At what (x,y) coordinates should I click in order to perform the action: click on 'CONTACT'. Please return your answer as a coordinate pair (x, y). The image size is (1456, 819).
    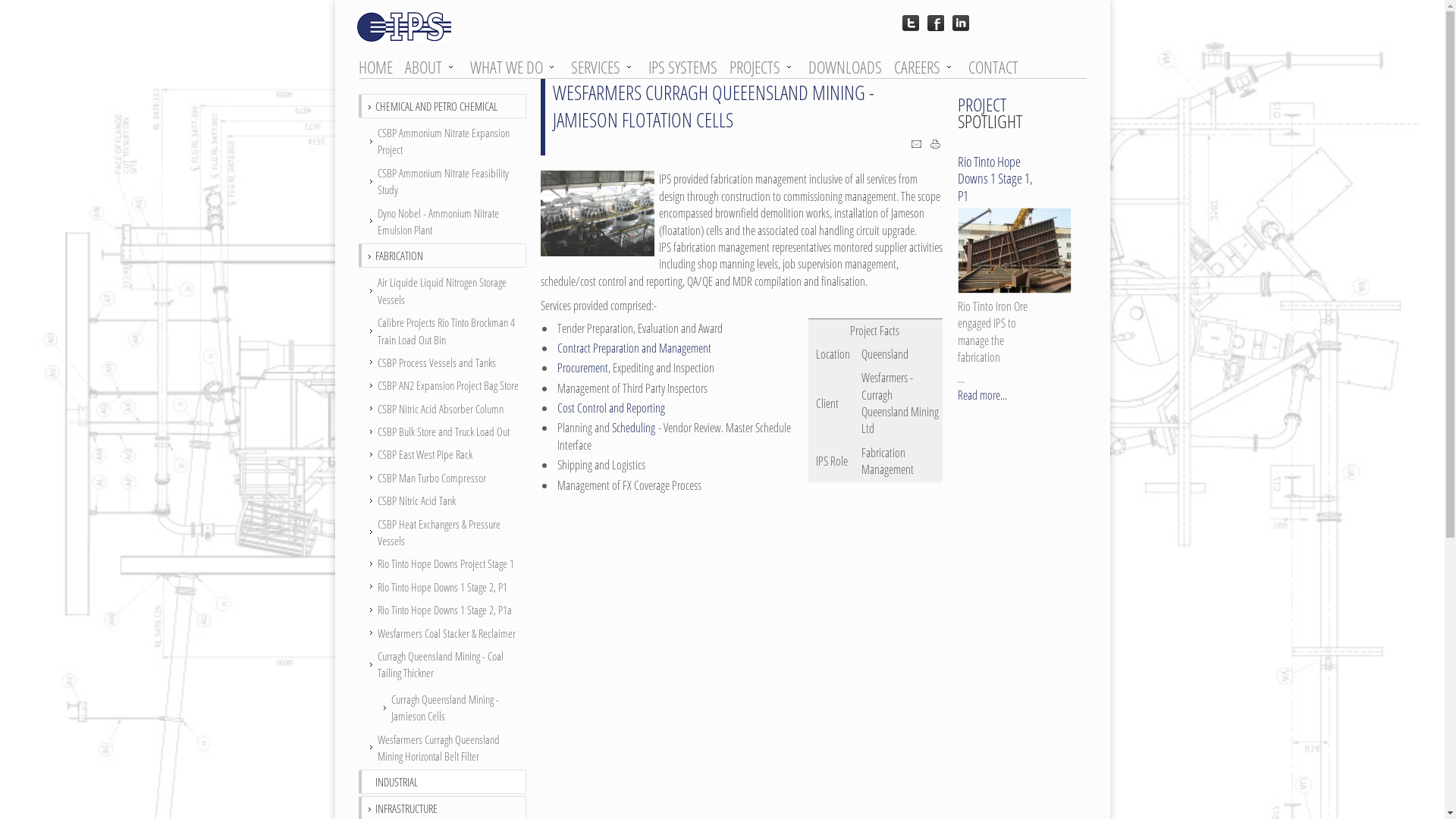
    Looking at the image, I should click on (967, 66).